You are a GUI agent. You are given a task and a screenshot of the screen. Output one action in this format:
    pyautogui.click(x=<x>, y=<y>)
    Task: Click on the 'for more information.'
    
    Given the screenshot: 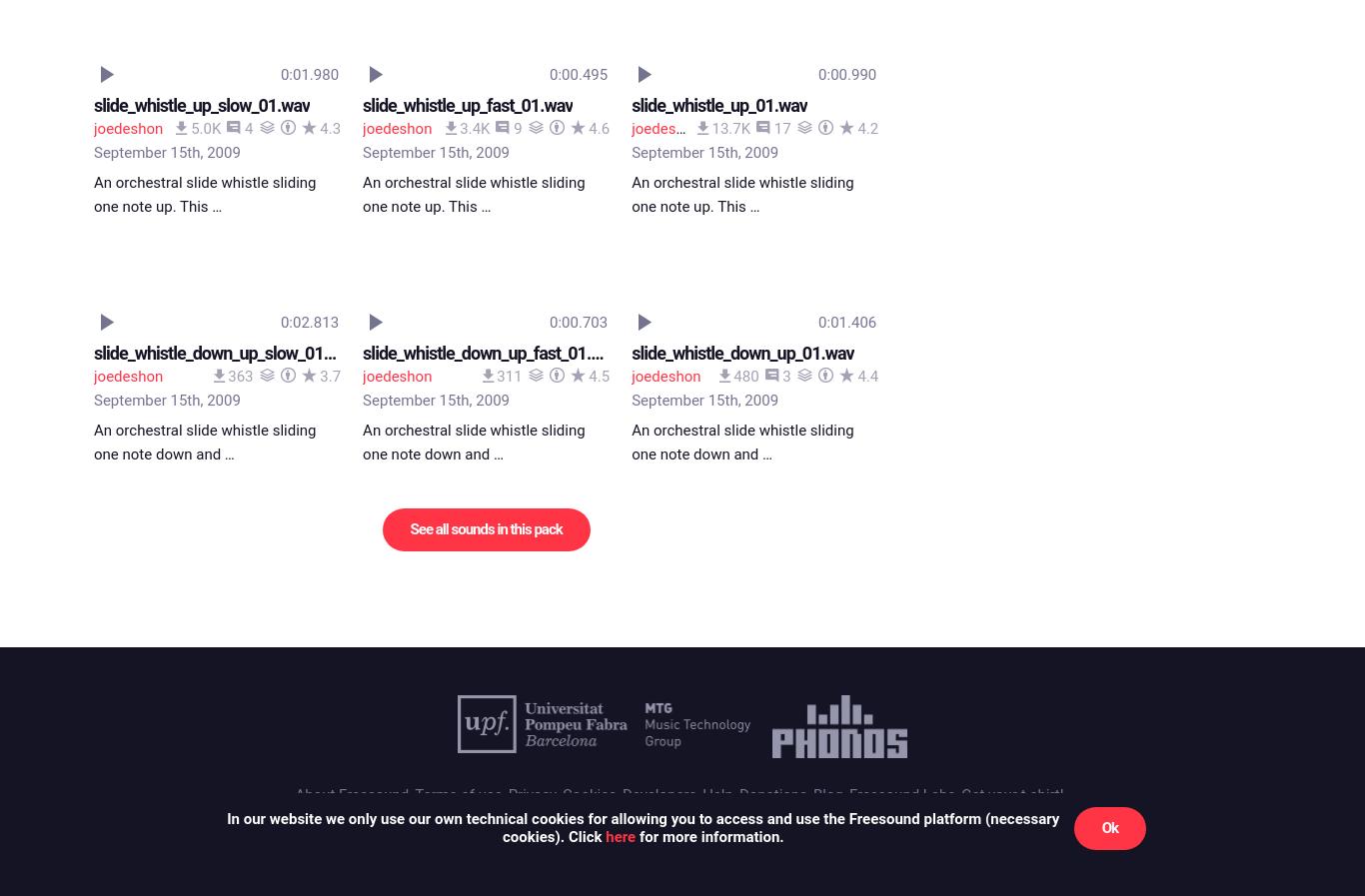 What is the action you would take?
    pyautogui.click(x=709, y=74)
    